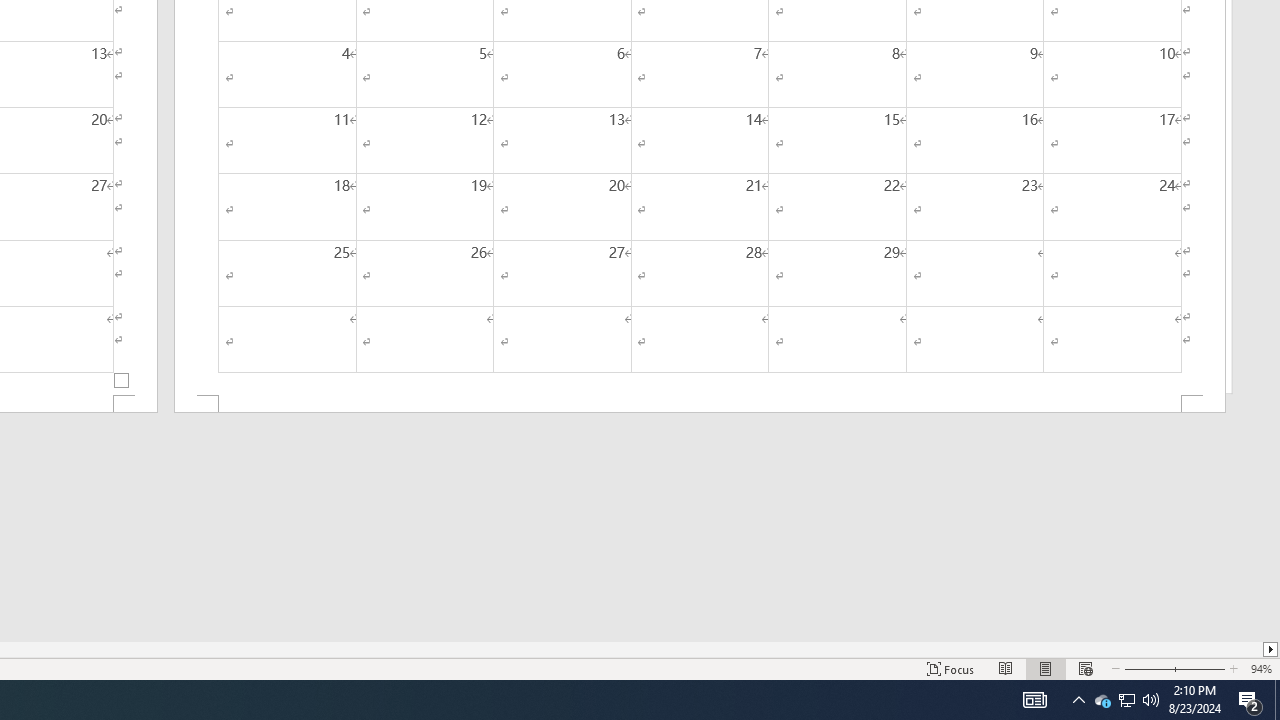  I want to click on 'Web Layout', so click(1085, 669).